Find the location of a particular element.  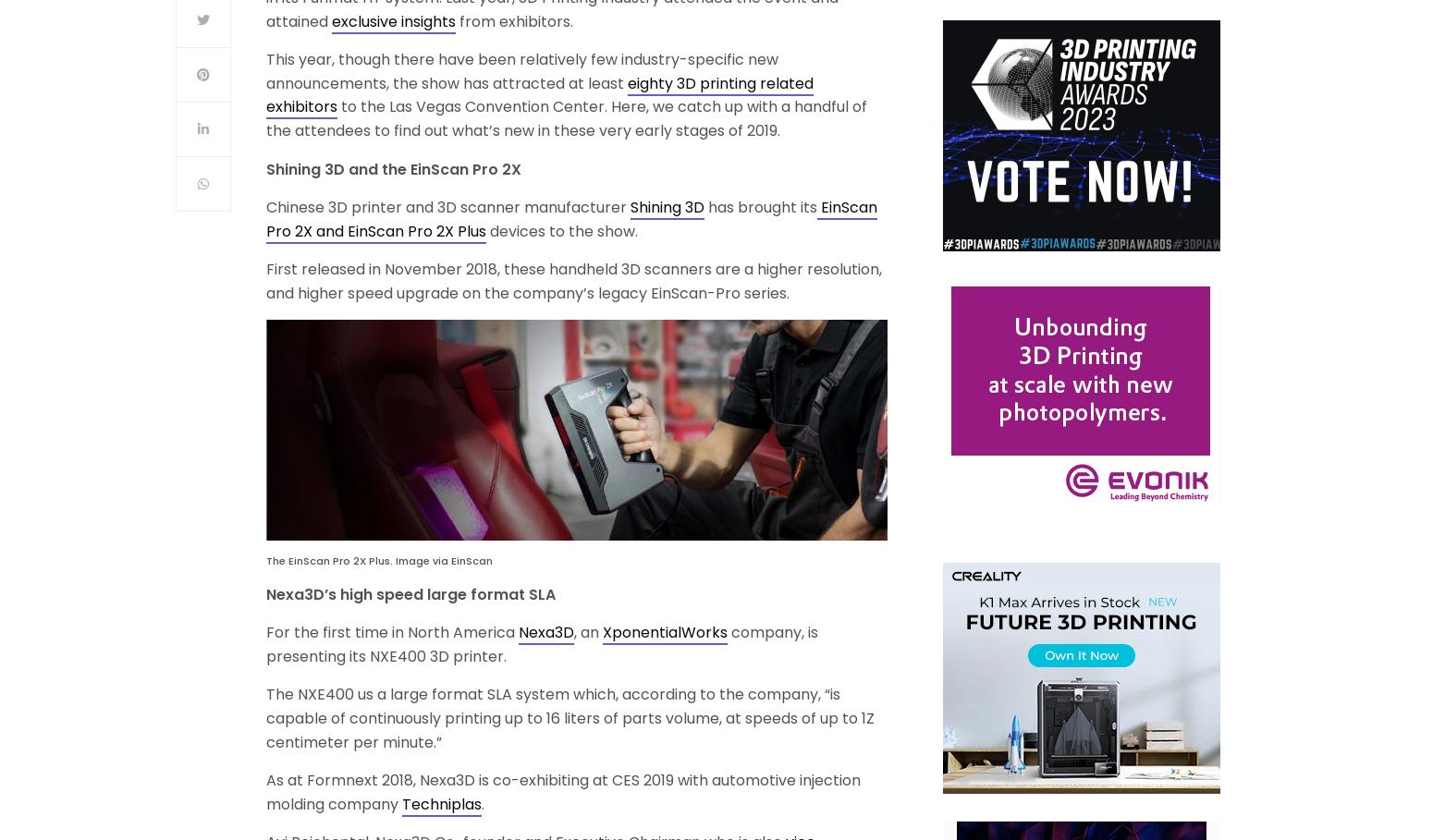

'company, is presenting its NXE400 3D printer.' is located at coordinates (542, 644).